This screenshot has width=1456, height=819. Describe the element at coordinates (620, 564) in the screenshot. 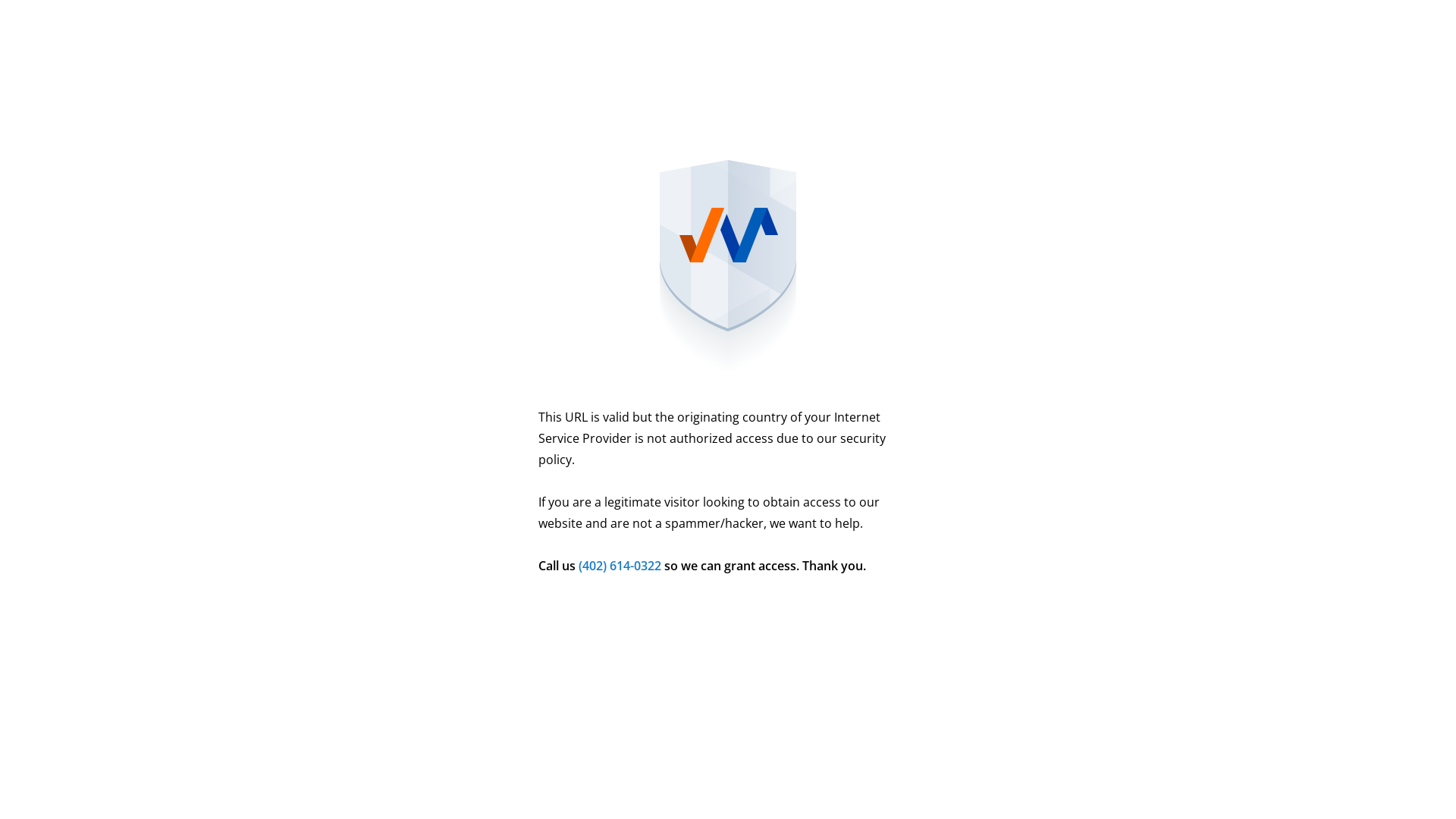

I see `'(402) 614-0322'` at that location.